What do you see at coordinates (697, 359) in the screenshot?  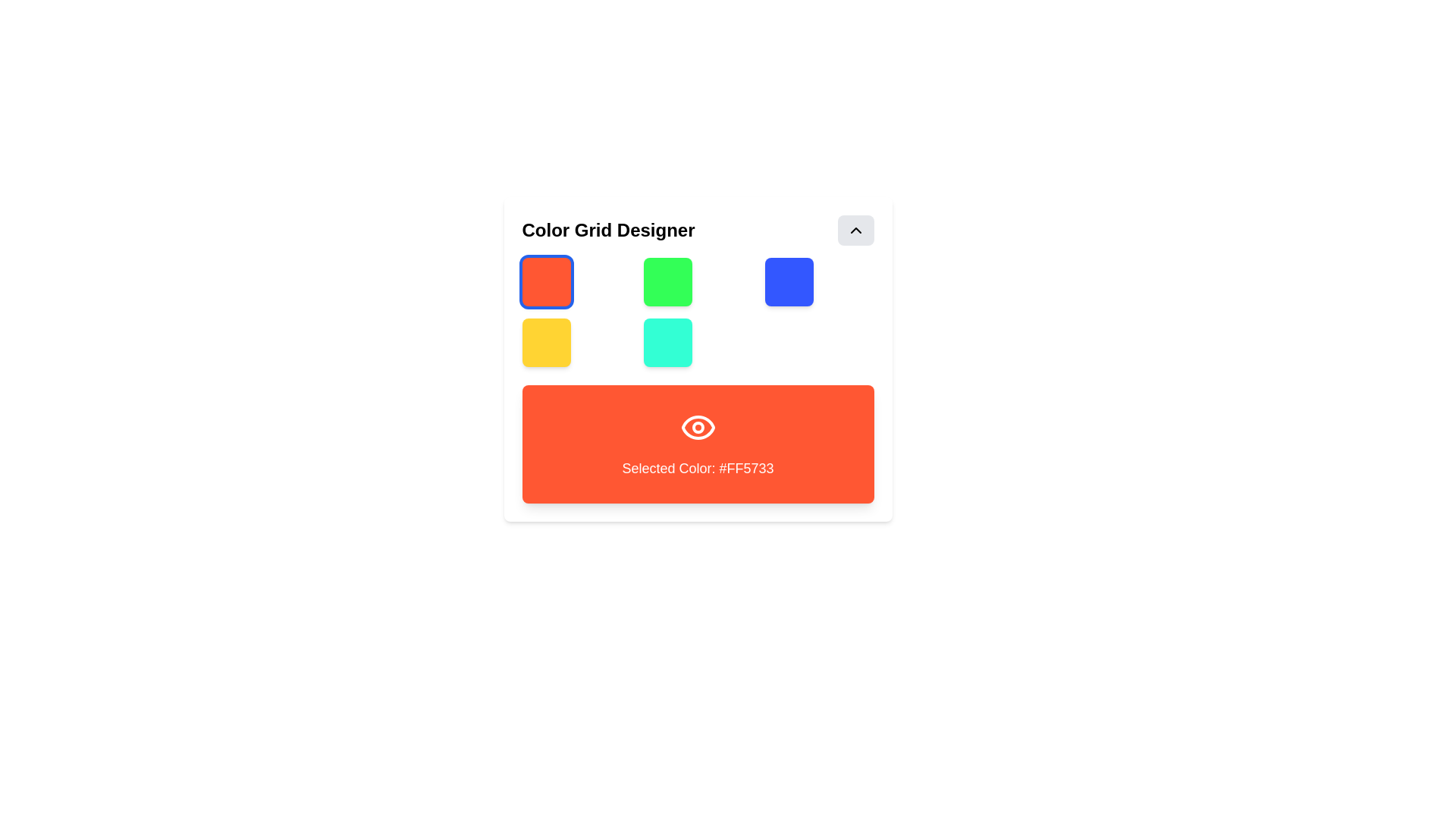 I see `the selectable color box with a light teal background located in the second row, middle column of the Color Grid Designer` at bounding box center [697, 359].